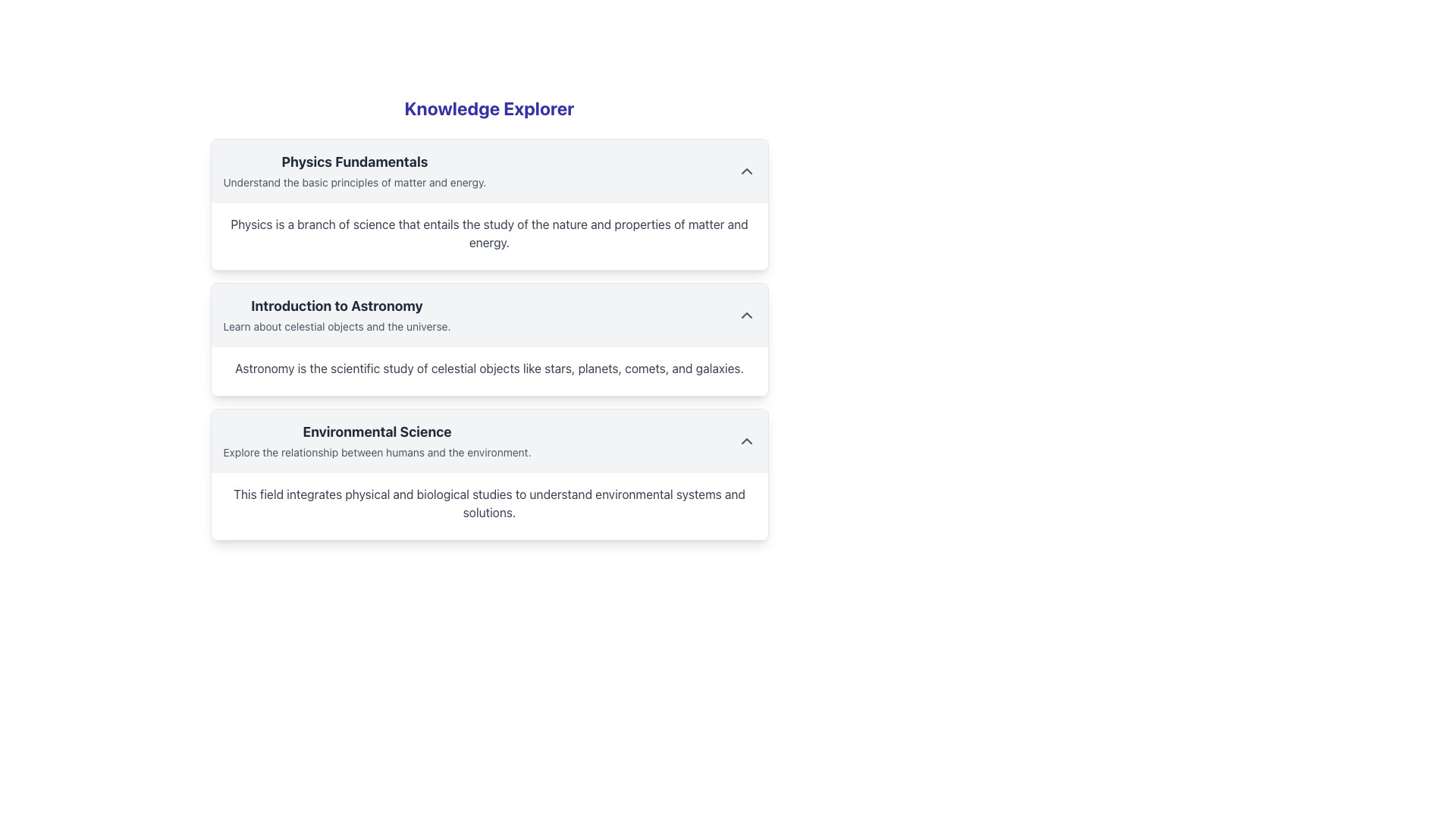 The width and height of the screenshot is (1456, 819). I want to click on text element that describes 'Physics is a branch of science that entails the study of the nature and properties of matter and energy.' located in the 'Physics Fundamentals' section, so click(489, 234).